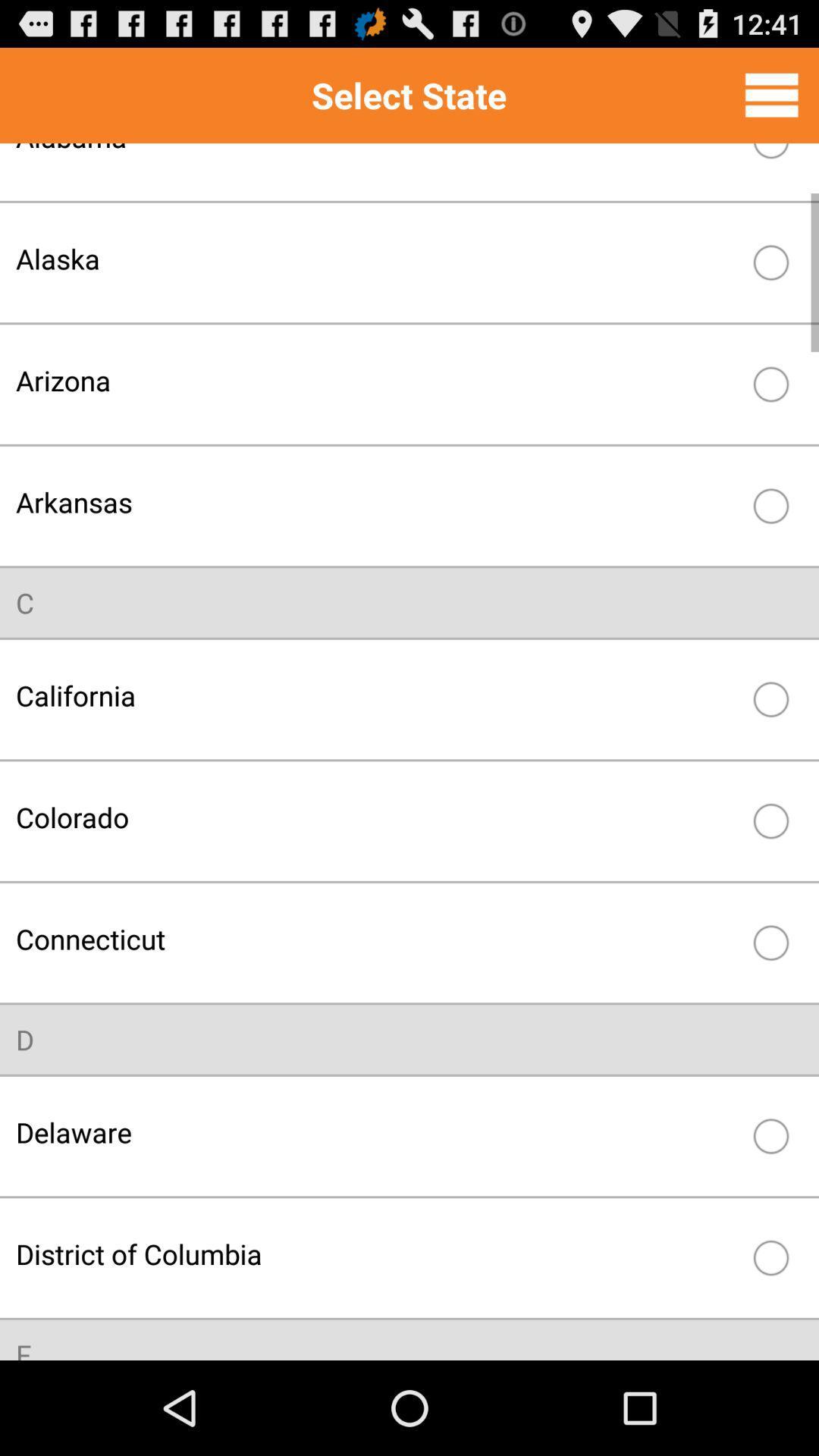 This screenshot has height=1456, width=819. I want to click on f, so click(24, 1348).